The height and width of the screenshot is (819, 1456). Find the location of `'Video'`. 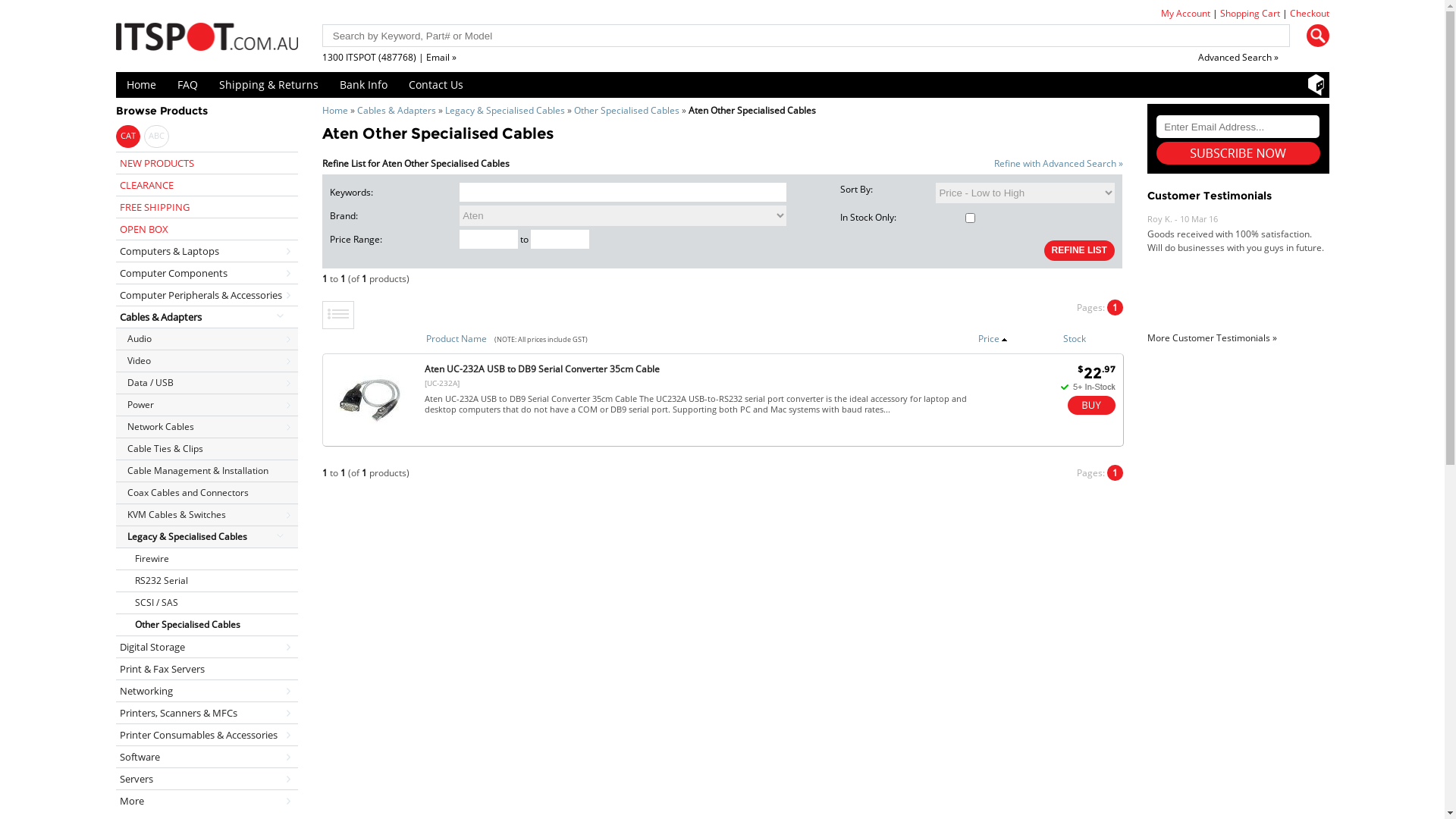

'Video' is located at coordinates (206, 360).